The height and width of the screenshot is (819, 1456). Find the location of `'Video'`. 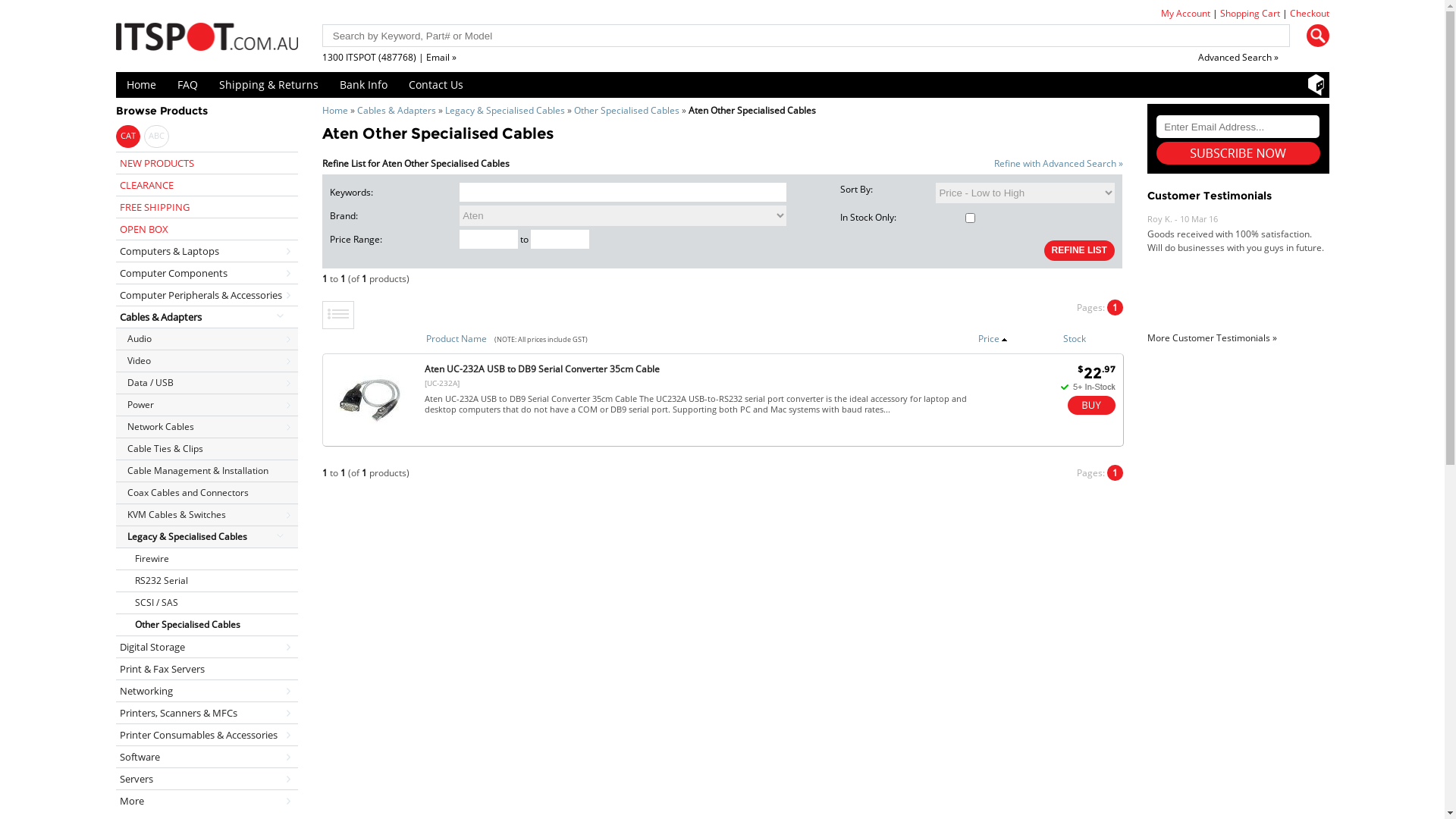

'Video' is located at coordinates (206, 360).